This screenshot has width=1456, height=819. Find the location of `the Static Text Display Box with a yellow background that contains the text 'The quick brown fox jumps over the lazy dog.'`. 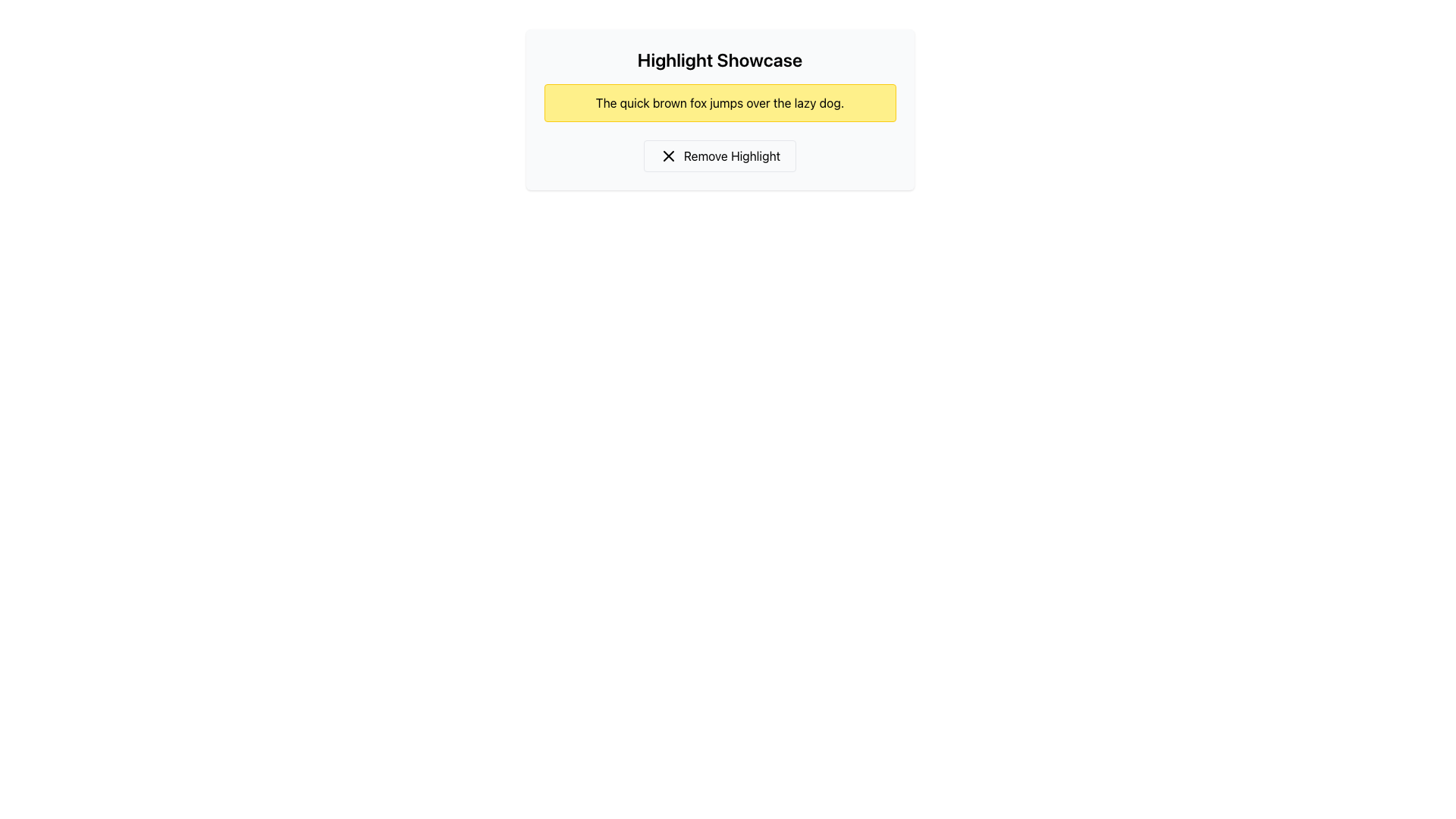

the Static Text Display Box with a yellow background that contains the text 'The quick brown fox jumps over the lazy dog.' is located at coordinates (719, 102).